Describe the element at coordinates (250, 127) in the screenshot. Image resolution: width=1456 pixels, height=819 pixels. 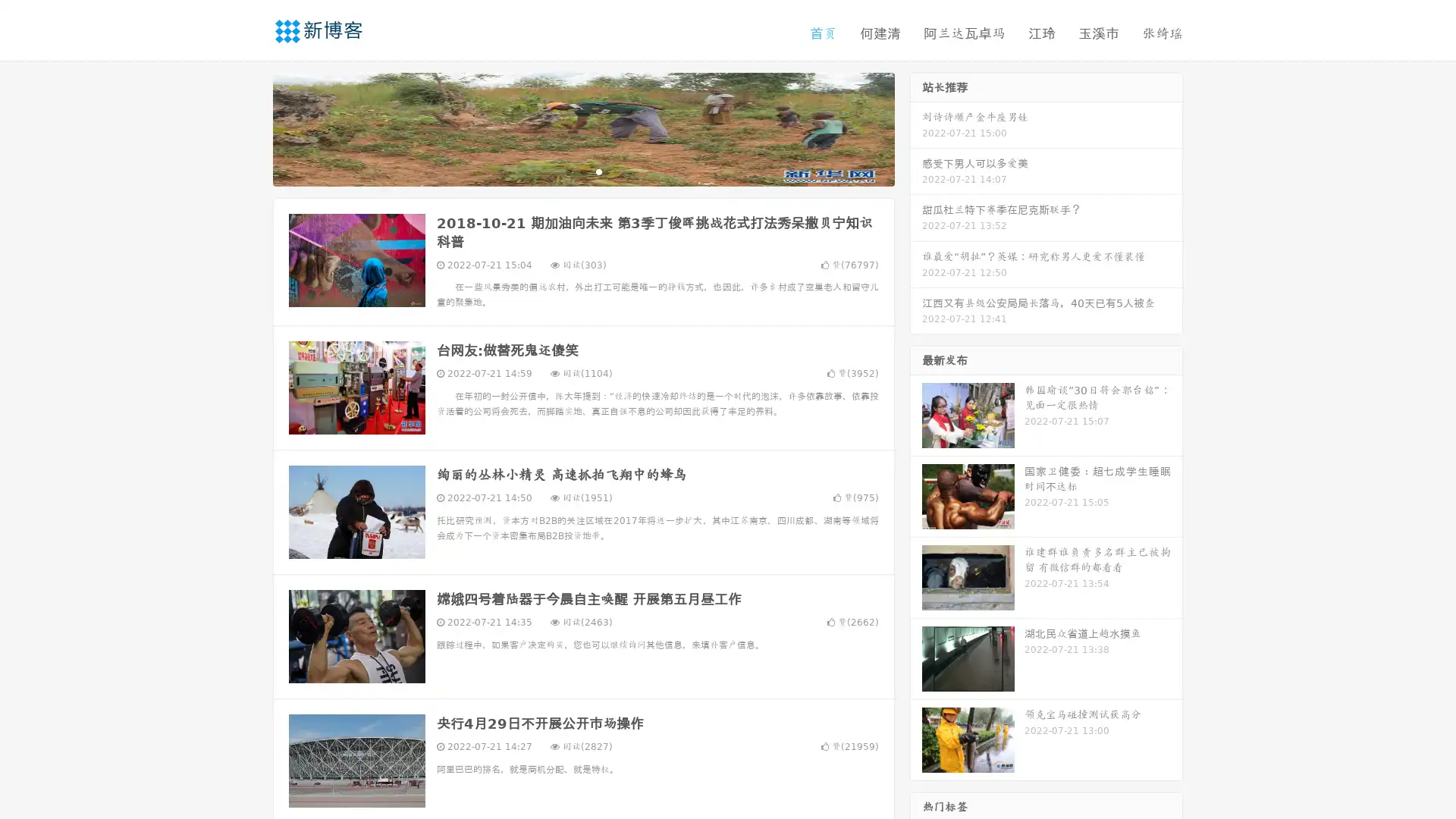
I see `Previous slide` at that location.